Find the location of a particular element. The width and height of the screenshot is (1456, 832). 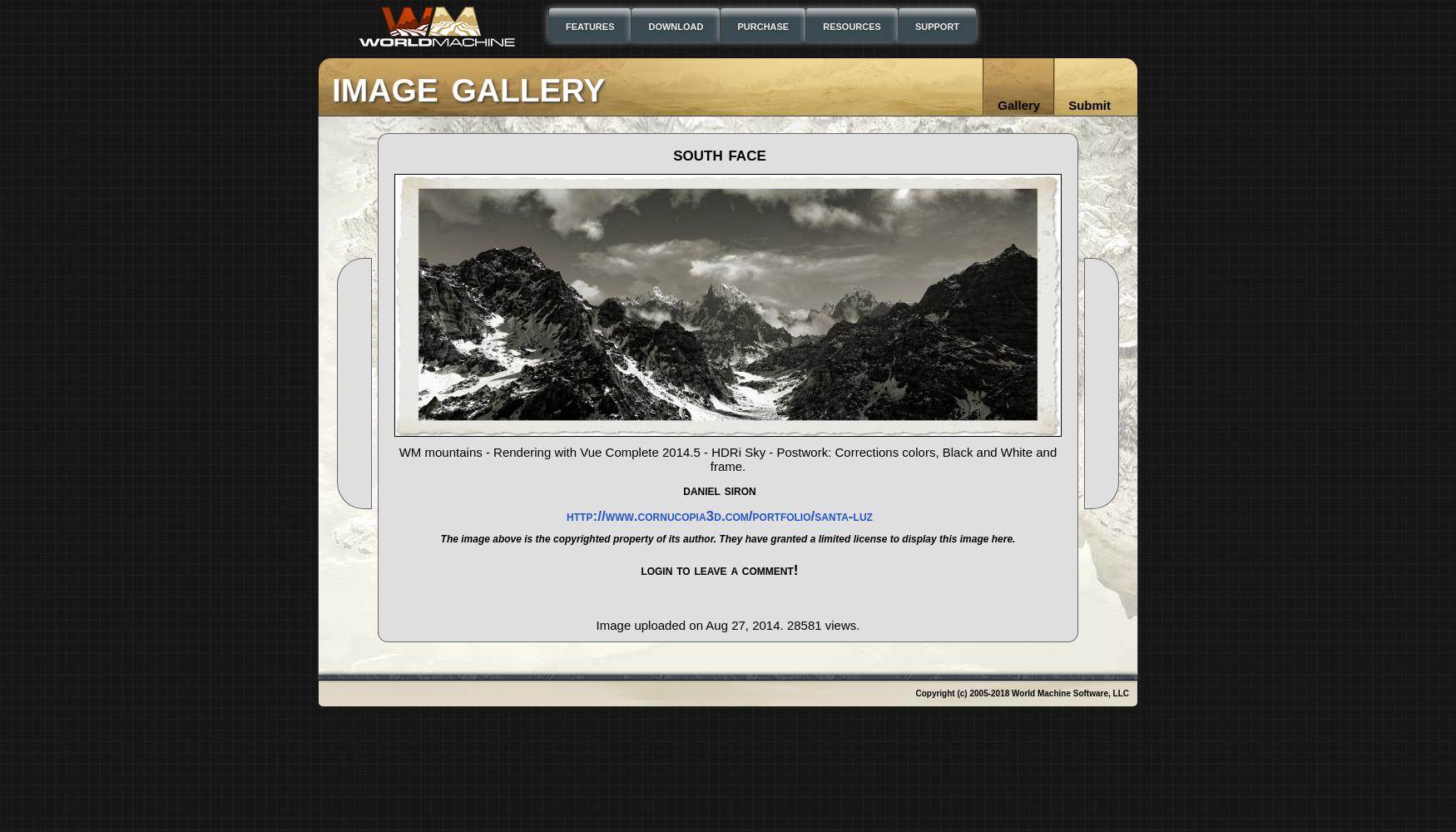

'WM mountains - Rendering with Vue Complete 2014.5 - HDRi Sky - Postwork: Corrections colors, Black and White and frame.' is located at coordinates (727, 459).